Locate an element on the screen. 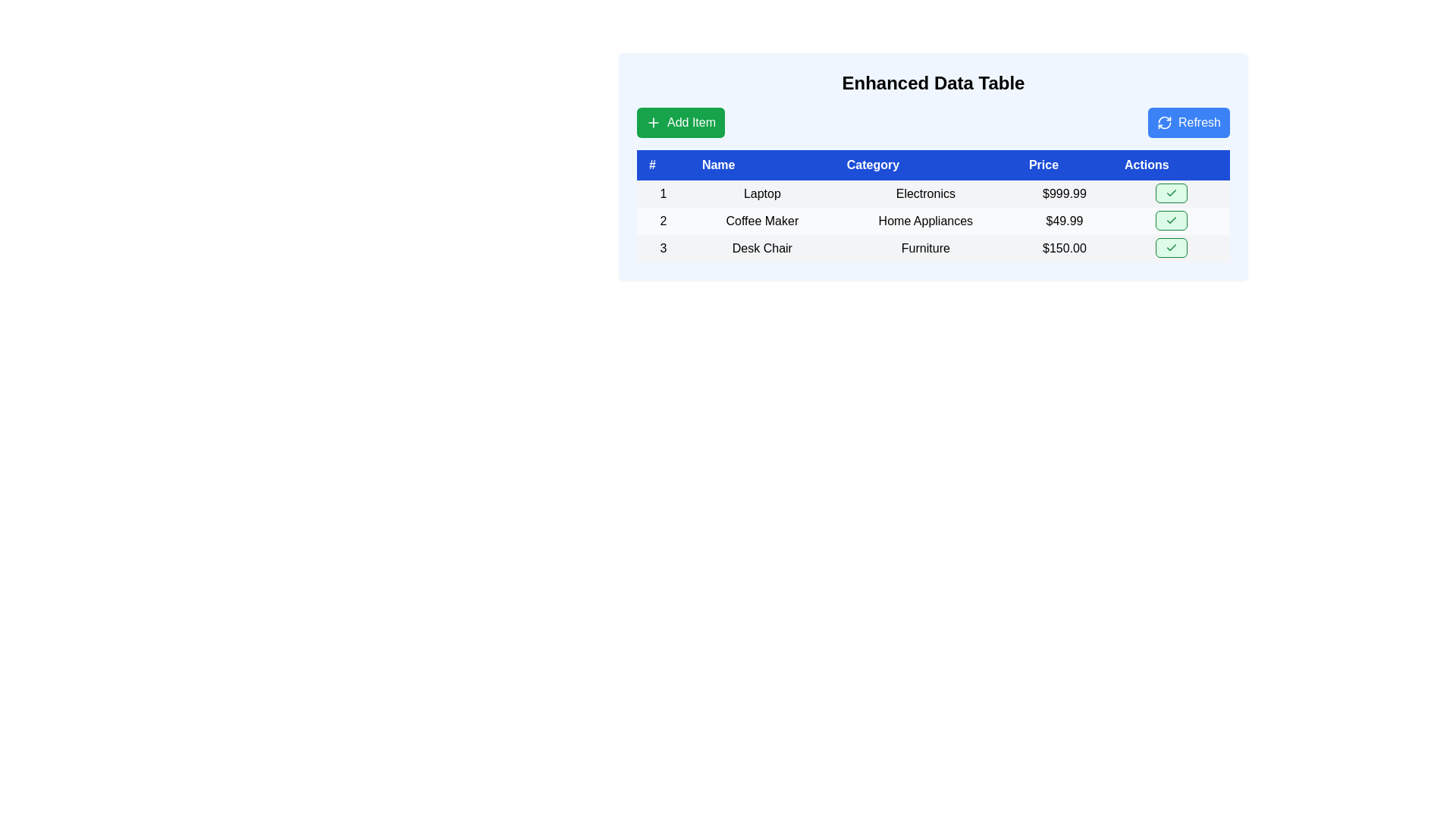  the price display for the item '2 Coffee Maker Home Appliances' located in the fourth column of the table, positioned between the 'Home Appliances' text and the adjacent column containing action buttons is located at coordinates (1063, 221).